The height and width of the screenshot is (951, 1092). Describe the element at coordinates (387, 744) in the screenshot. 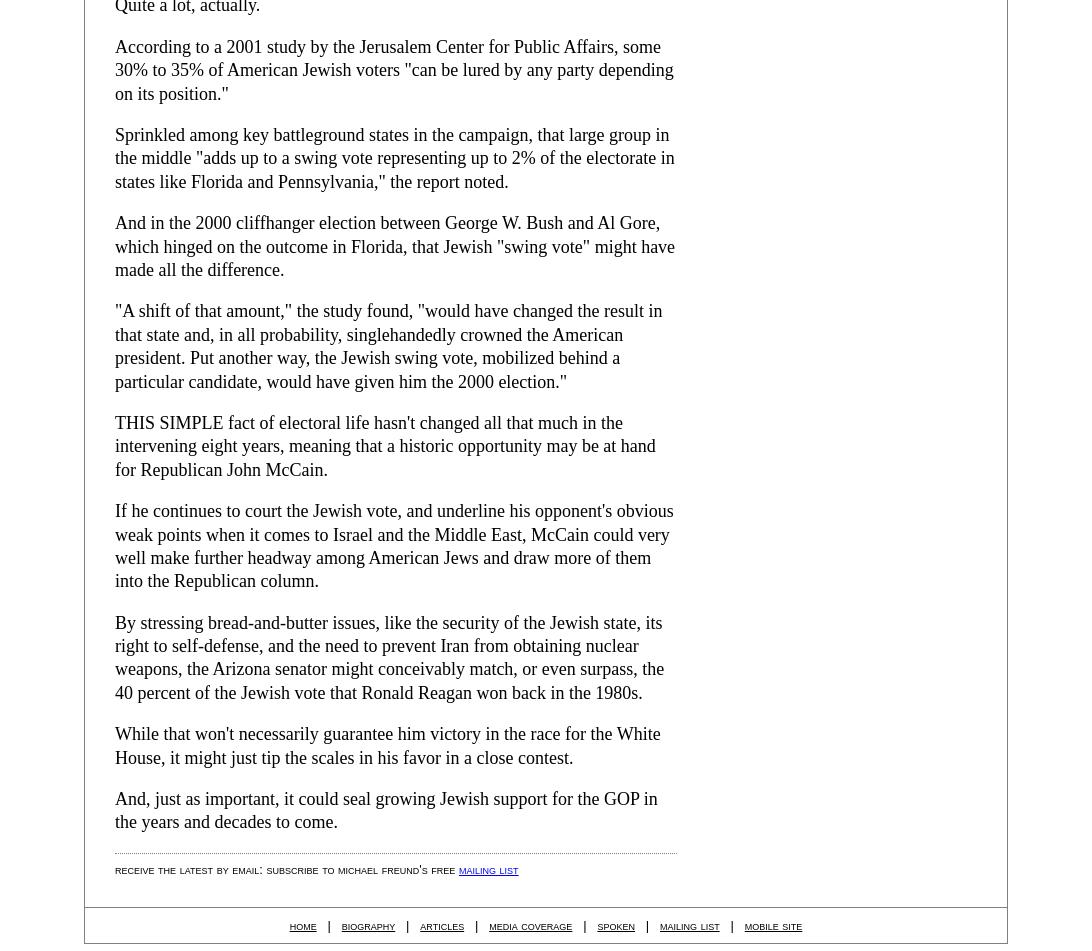

I see `'While that won't necessarily guarantee him victory in the race for the White House, it might just tip the scales in his favor in a close contest.'` at that location.